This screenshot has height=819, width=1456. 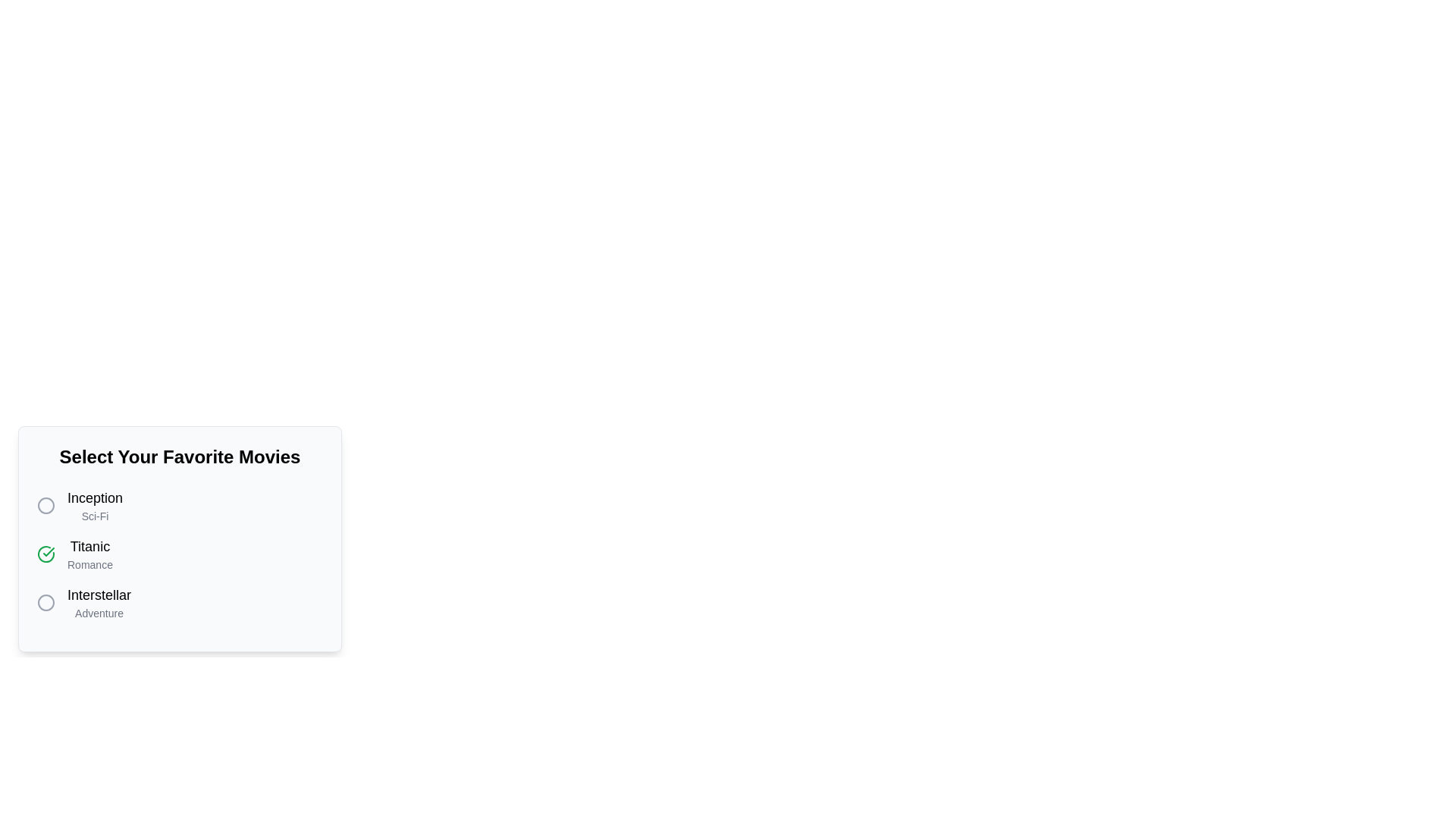 What do you see at coordinates (46, 554) in the screenshot?
I see `the movie Titanic by clicking its associated circular button` at bounding box center [46, 554].